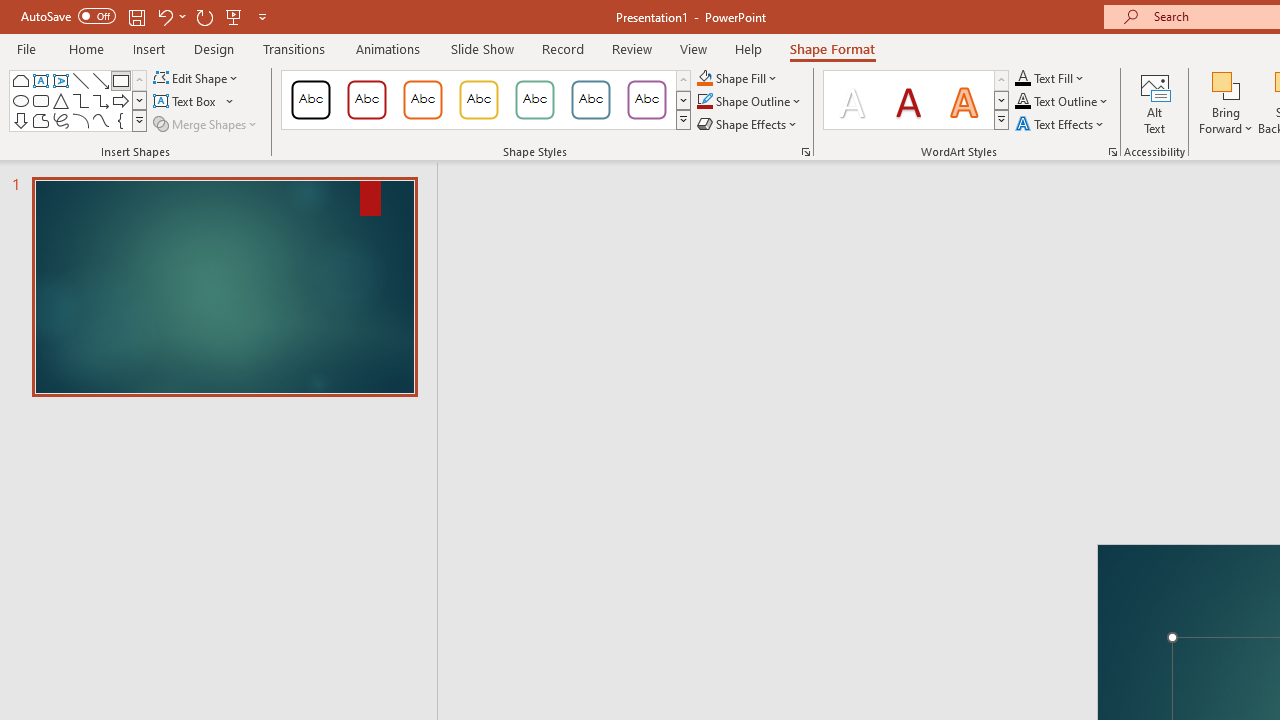 Image resolution: width=1280 pixels, height=720 pixels. What do you see at coordinates (1023, 77) in the screenshot?
I see `'Text Fill RGB(0, 0, 0)'` at bounding box center [1023, 77].